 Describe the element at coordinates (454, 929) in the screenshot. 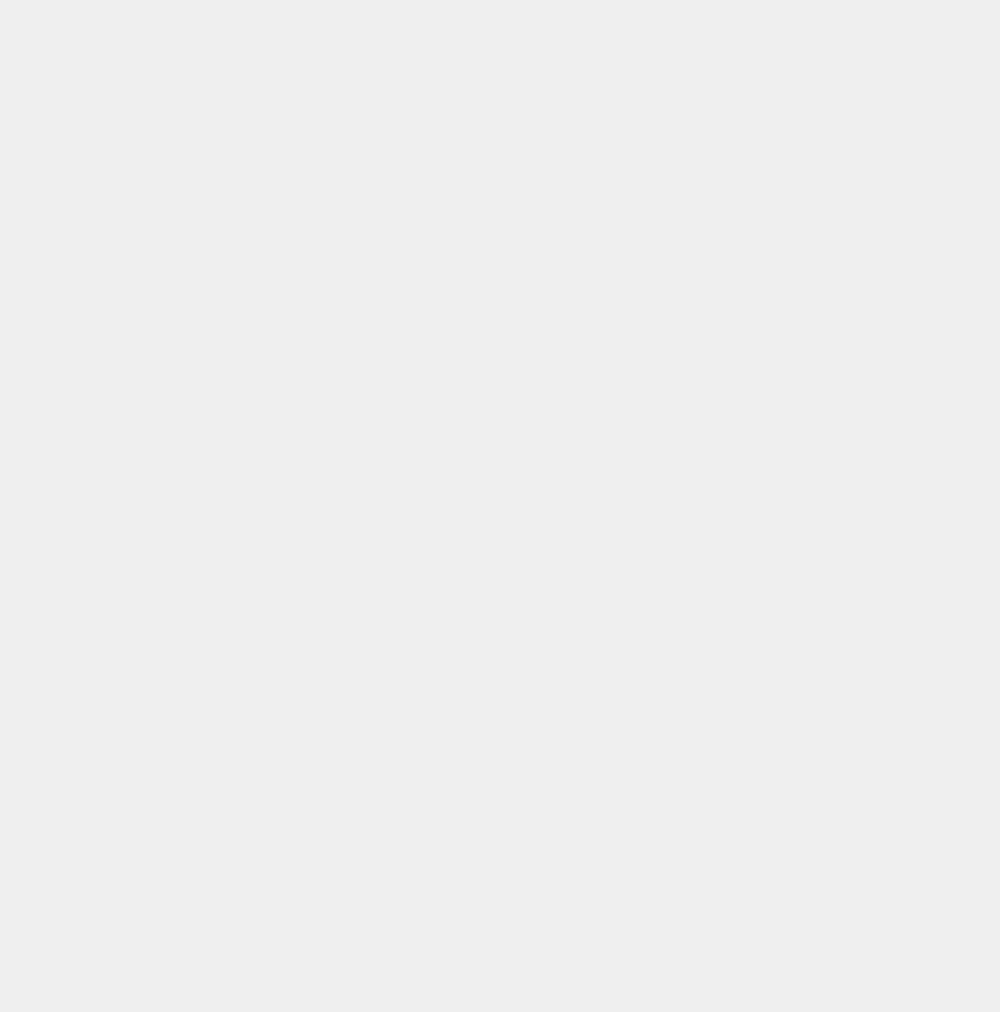

I see `'In vegetable farming, there is a thin line of demarcation between successful outcomes or otherwise of your farming business and this can ...'` at that location.